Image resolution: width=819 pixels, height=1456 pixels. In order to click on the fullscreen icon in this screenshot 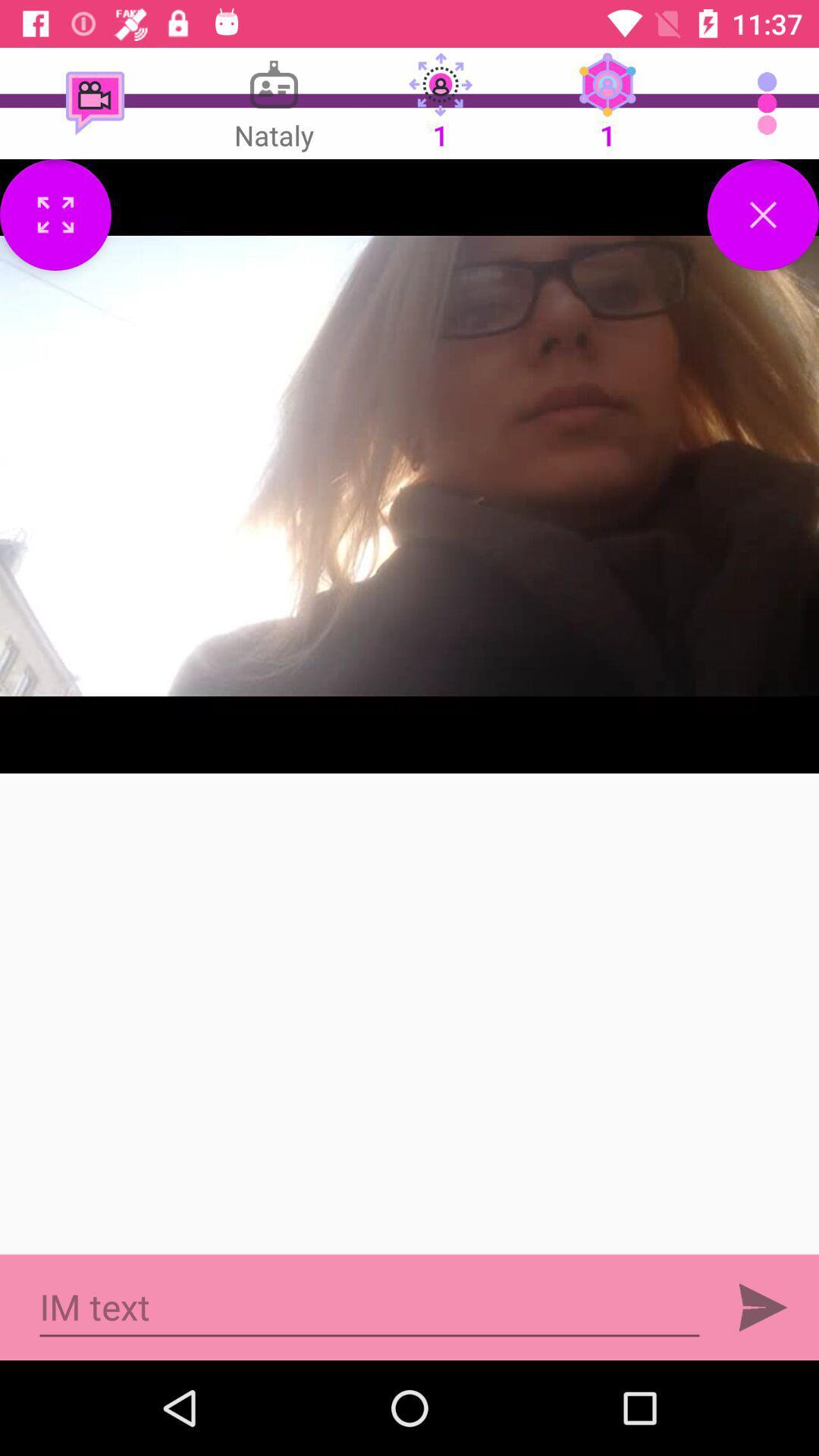, I will do `click(55, 214)`.